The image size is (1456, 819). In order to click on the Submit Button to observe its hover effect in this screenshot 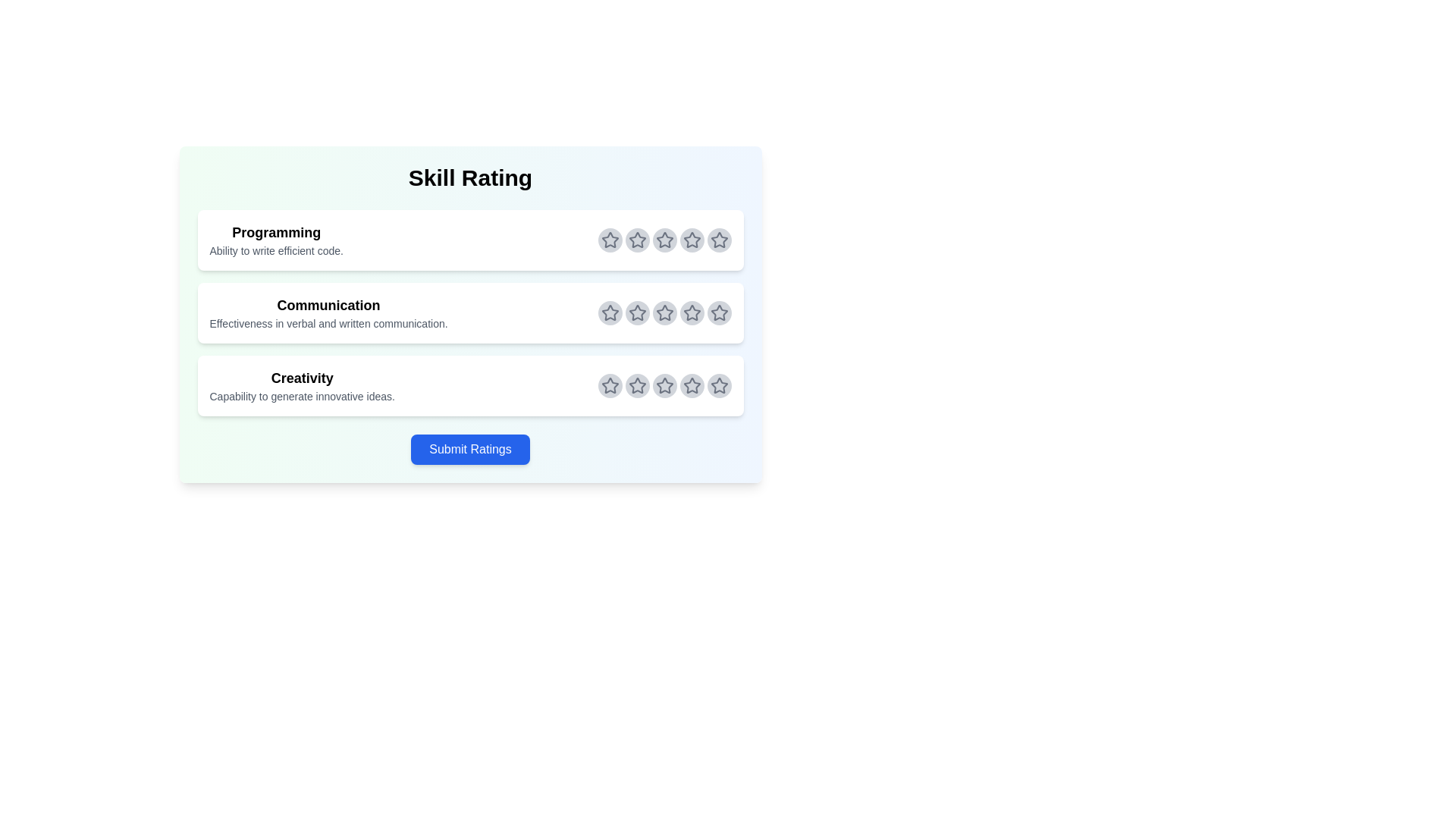, I will do `click(469, 449)`.